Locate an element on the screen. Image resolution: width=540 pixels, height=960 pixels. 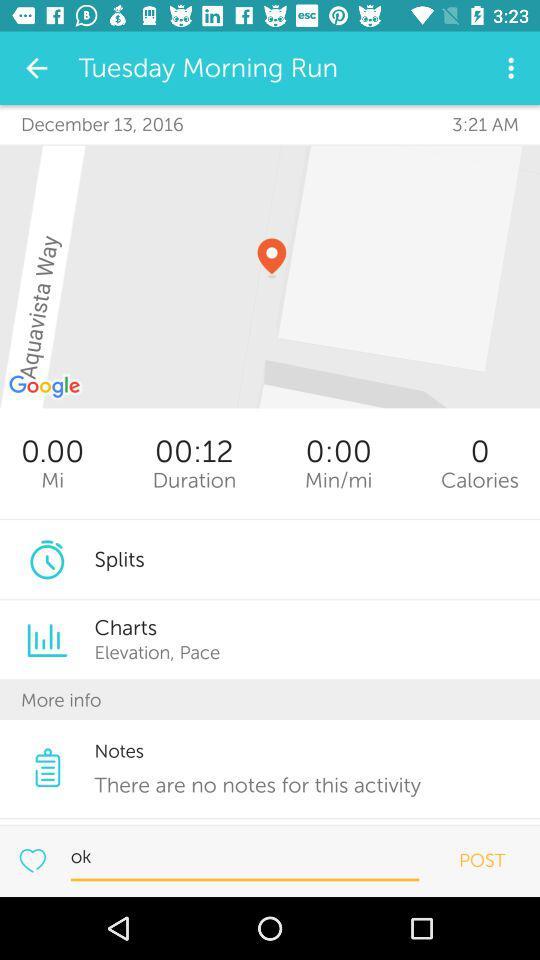
the run is located at coordinates (31, 859).